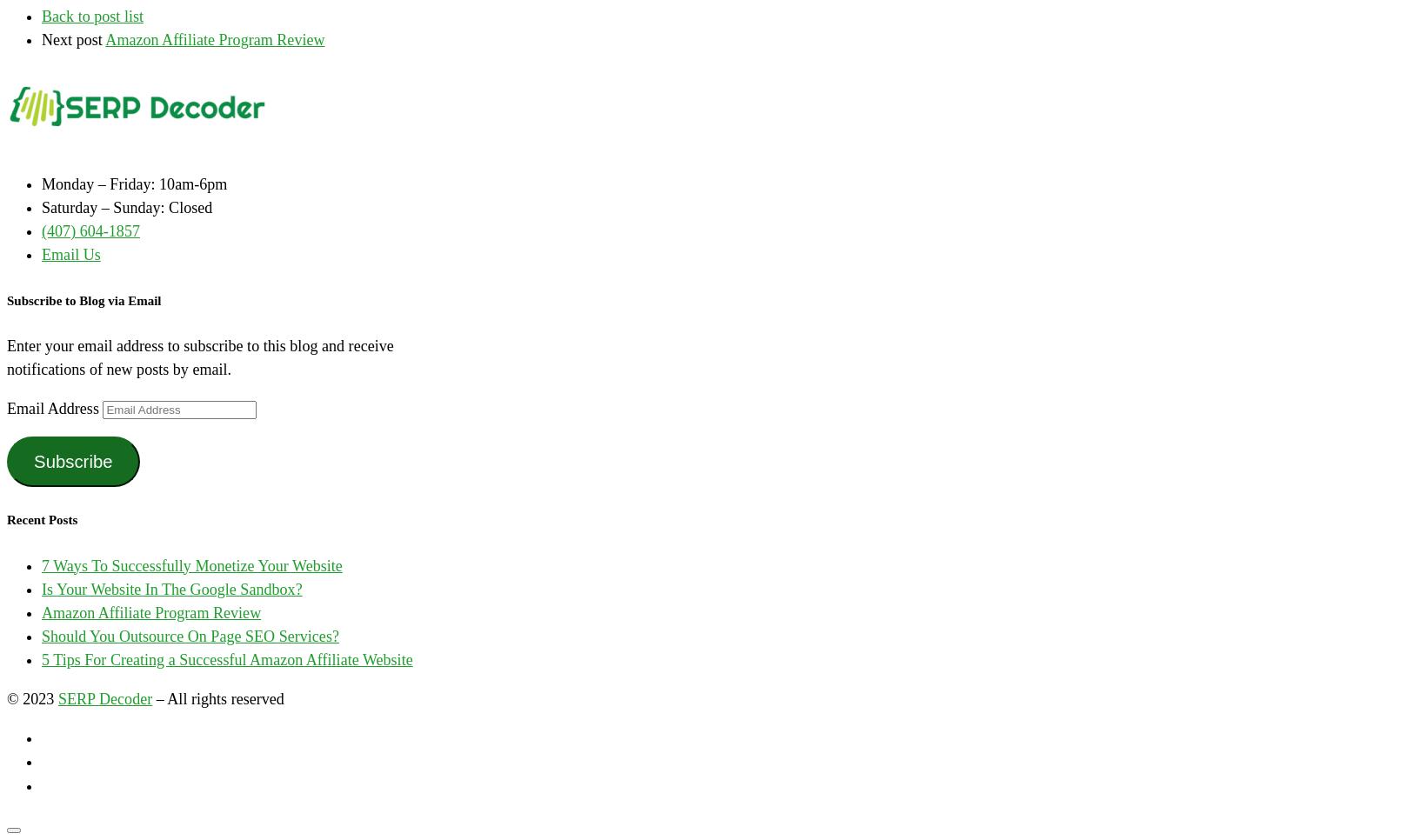 This screenshot has height=840, width=1416. Describe the element at coordinates (104, 699) in the screenshot. I see `'SERP Decoder'` at that location.